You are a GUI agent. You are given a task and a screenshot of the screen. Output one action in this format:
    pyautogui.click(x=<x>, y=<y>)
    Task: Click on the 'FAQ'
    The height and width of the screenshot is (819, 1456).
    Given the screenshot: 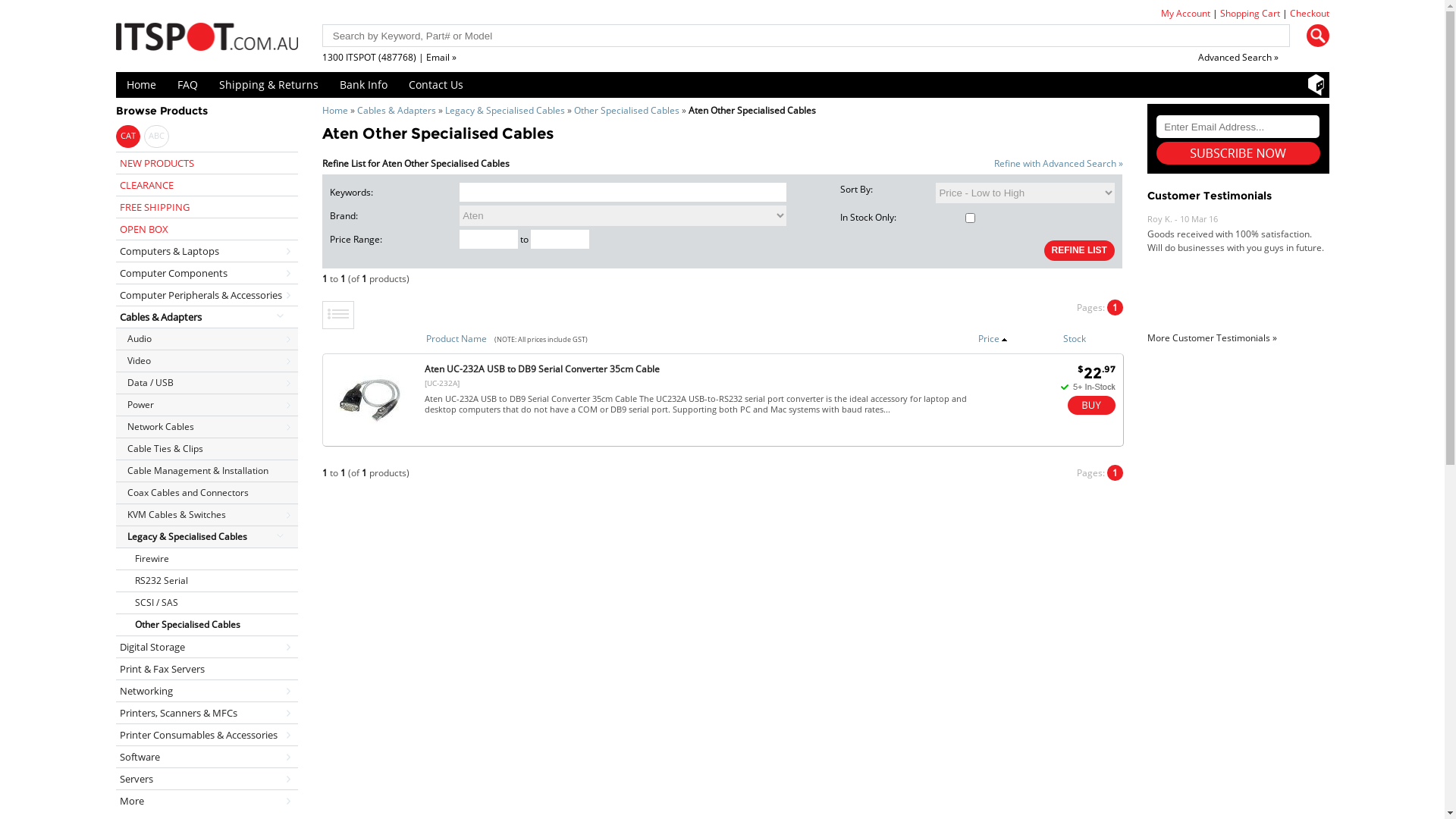 What is the action you would take?
    pyautogui.click(x=187, y=84)
    